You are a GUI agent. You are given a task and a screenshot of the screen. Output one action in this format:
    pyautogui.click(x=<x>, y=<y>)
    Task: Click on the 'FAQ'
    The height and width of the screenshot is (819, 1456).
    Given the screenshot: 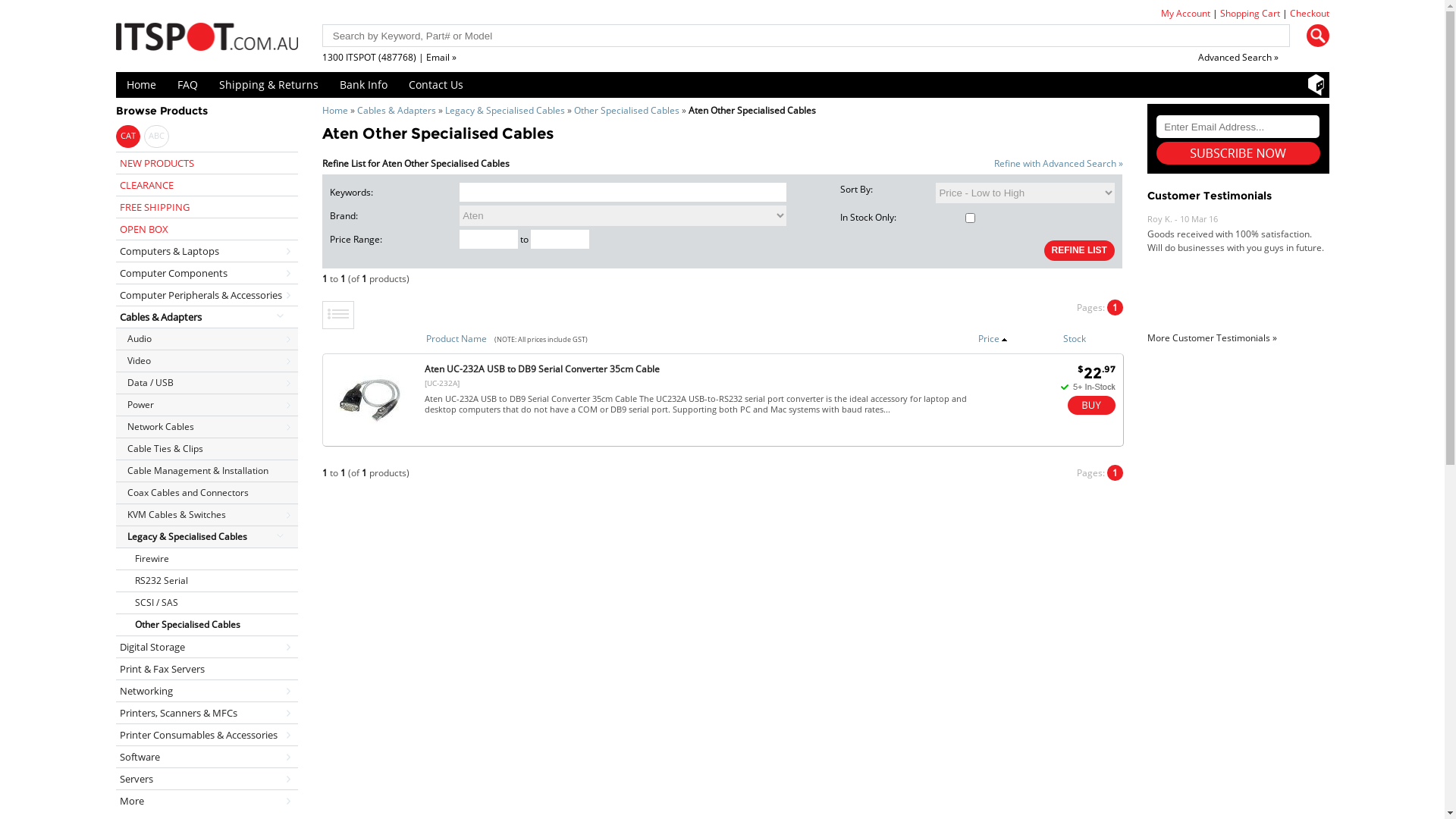 What is the action you would take?
    pyautogui.click(x=187, y=84)
    